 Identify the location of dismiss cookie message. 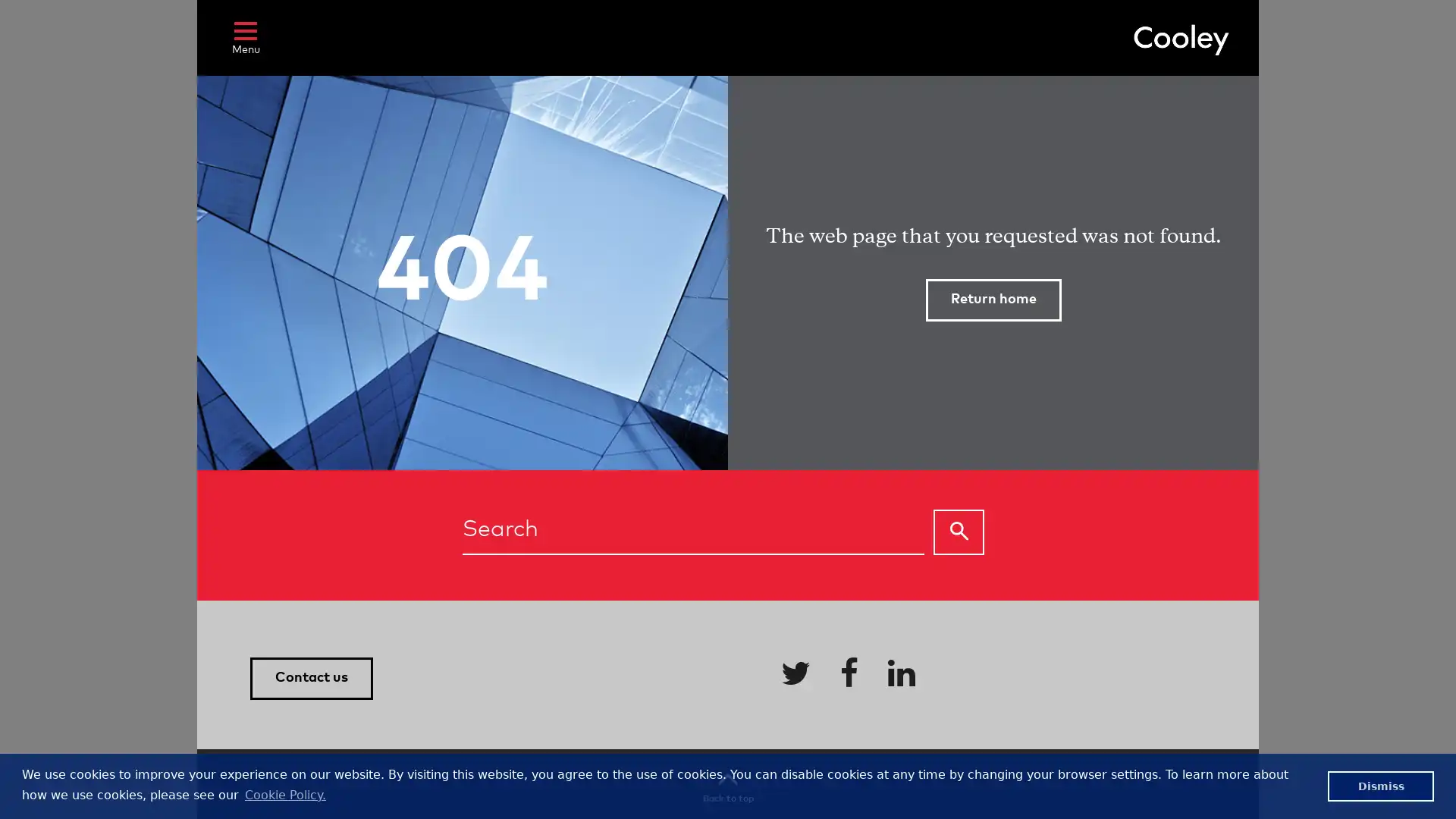
(1380, 785).